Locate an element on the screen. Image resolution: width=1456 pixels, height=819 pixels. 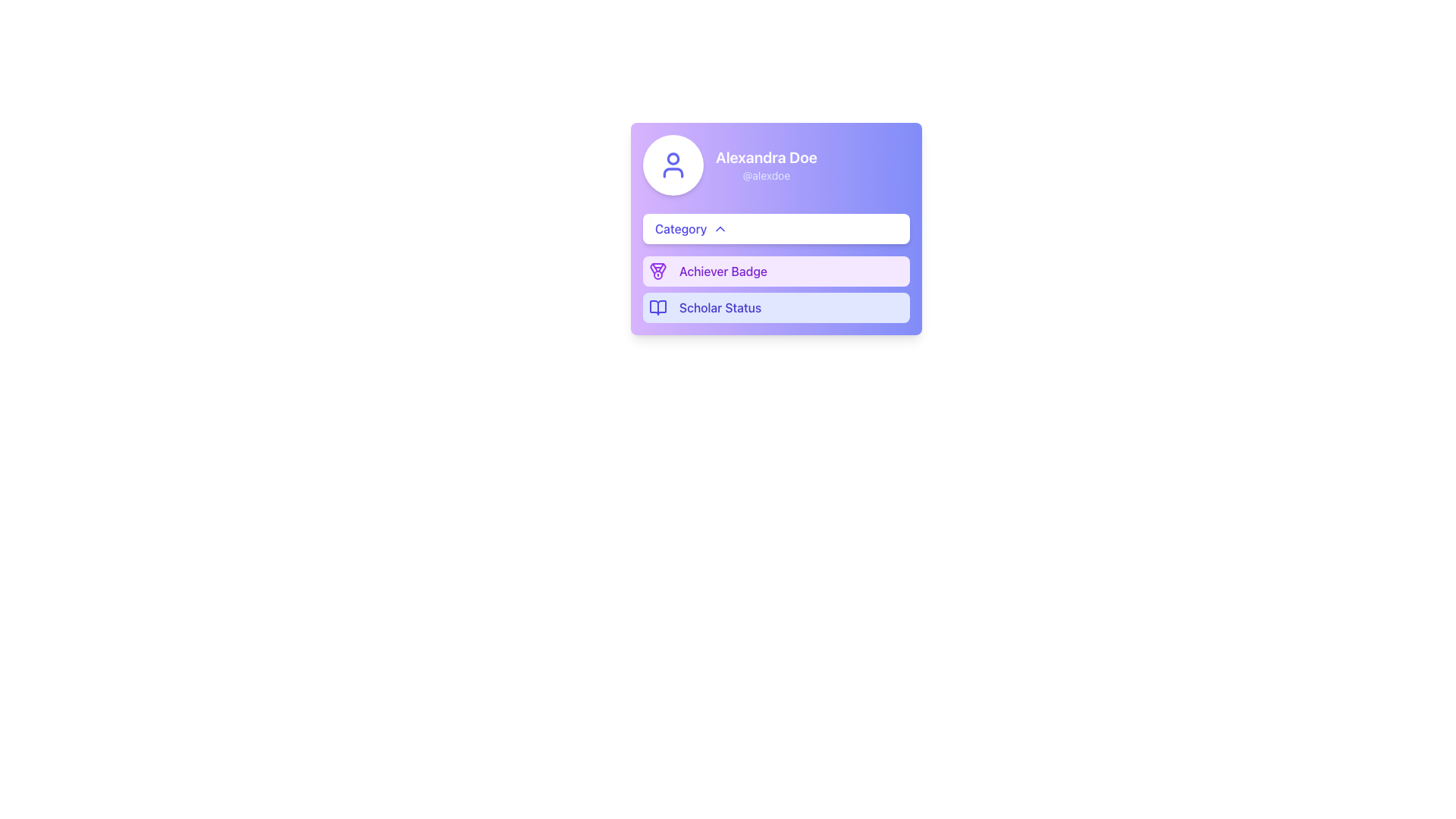
the circular component representing a user avatar located at the top-left of the card layout, adjacent to the textual header displaying user details is located at coordinates (673, 158).